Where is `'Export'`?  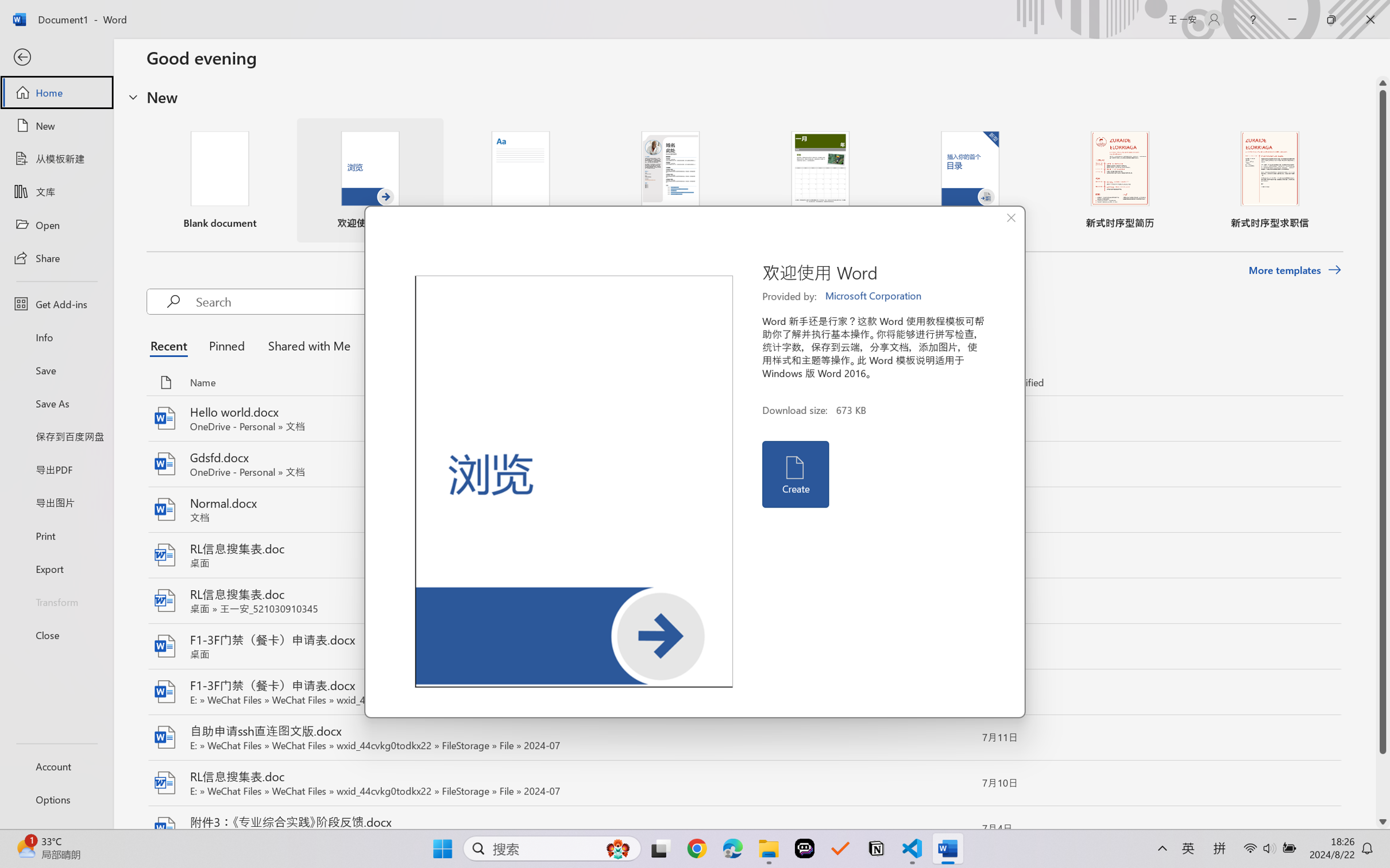 'Export' is located at coordinates (56, 568).